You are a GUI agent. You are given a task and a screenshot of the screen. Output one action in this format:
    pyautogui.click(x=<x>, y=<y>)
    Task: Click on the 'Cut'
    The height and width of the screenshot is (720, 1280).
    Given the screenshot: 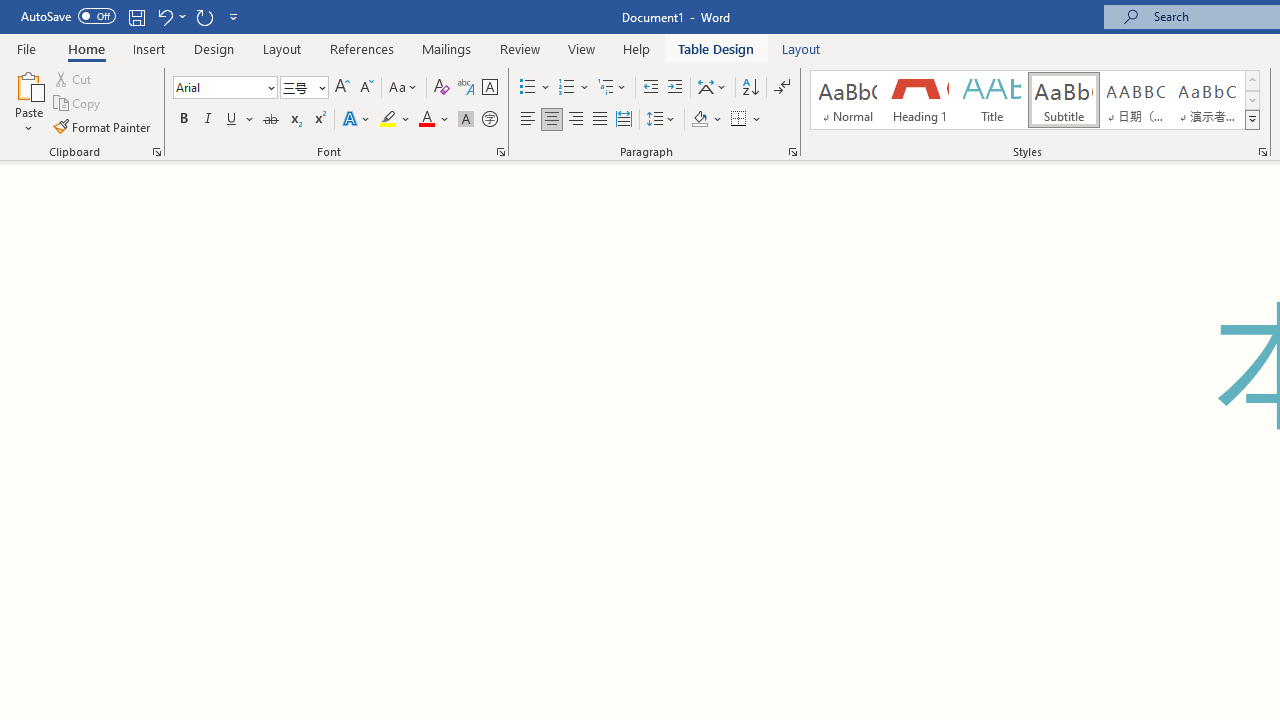 What is the action you would take?
    pyautogui.click(x=74, y=78)
    